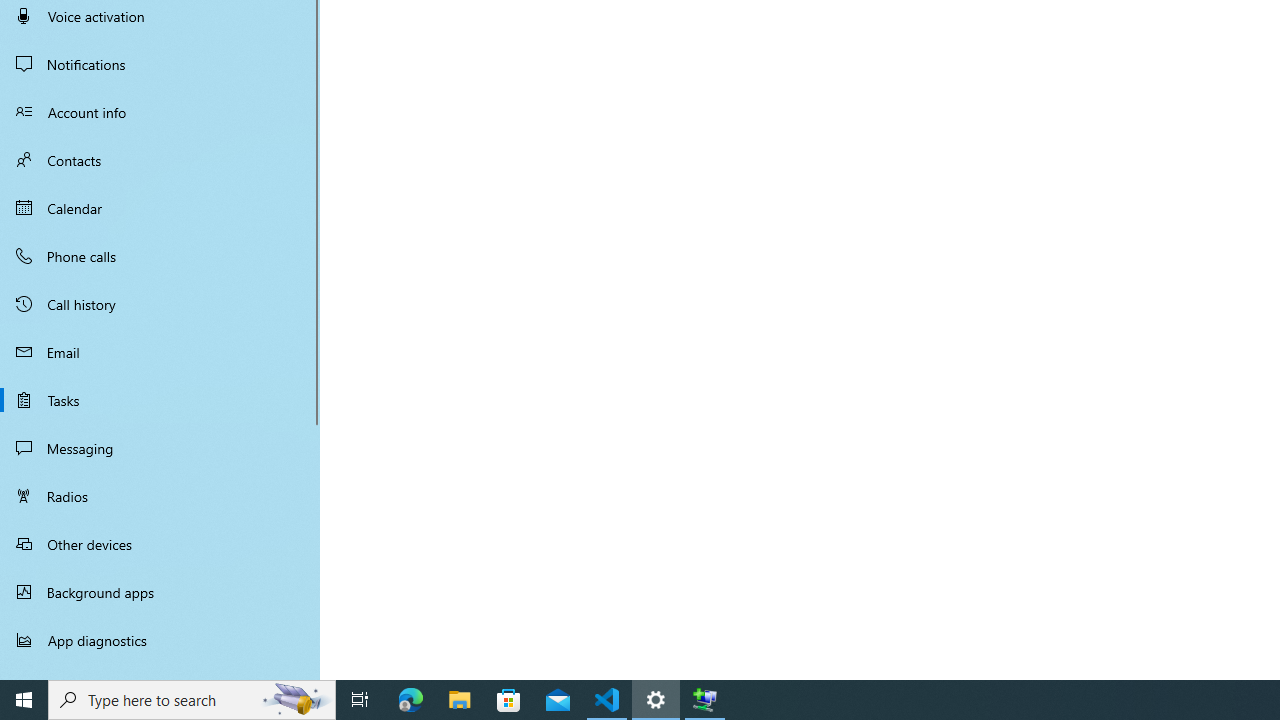 The image size is (1280, 720). I want to click on 'Calendar', so click(160, 208).